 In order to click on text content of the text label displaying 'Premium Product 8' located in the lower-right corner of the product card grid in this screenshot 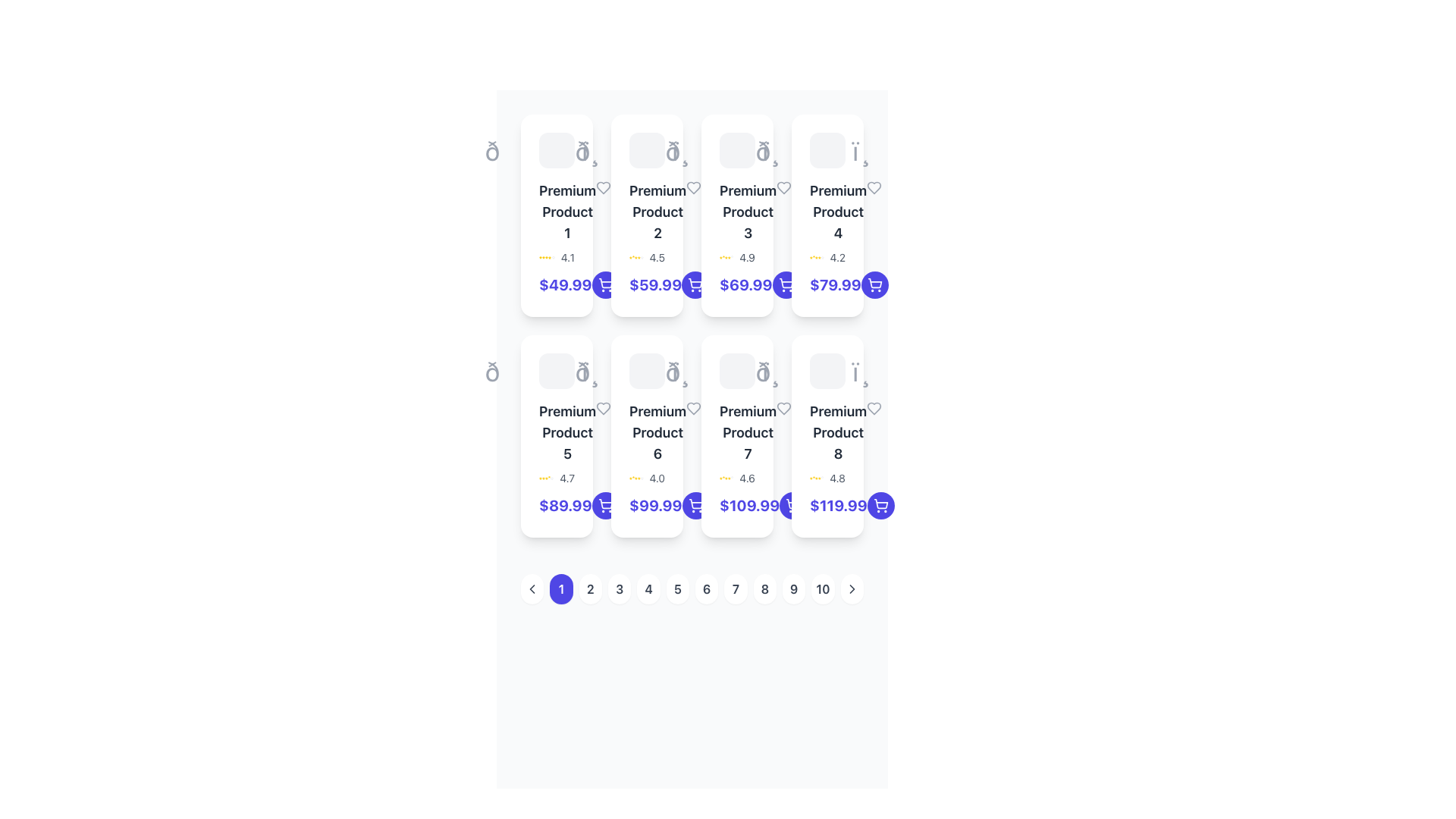, I will do `click(837, 432)`.